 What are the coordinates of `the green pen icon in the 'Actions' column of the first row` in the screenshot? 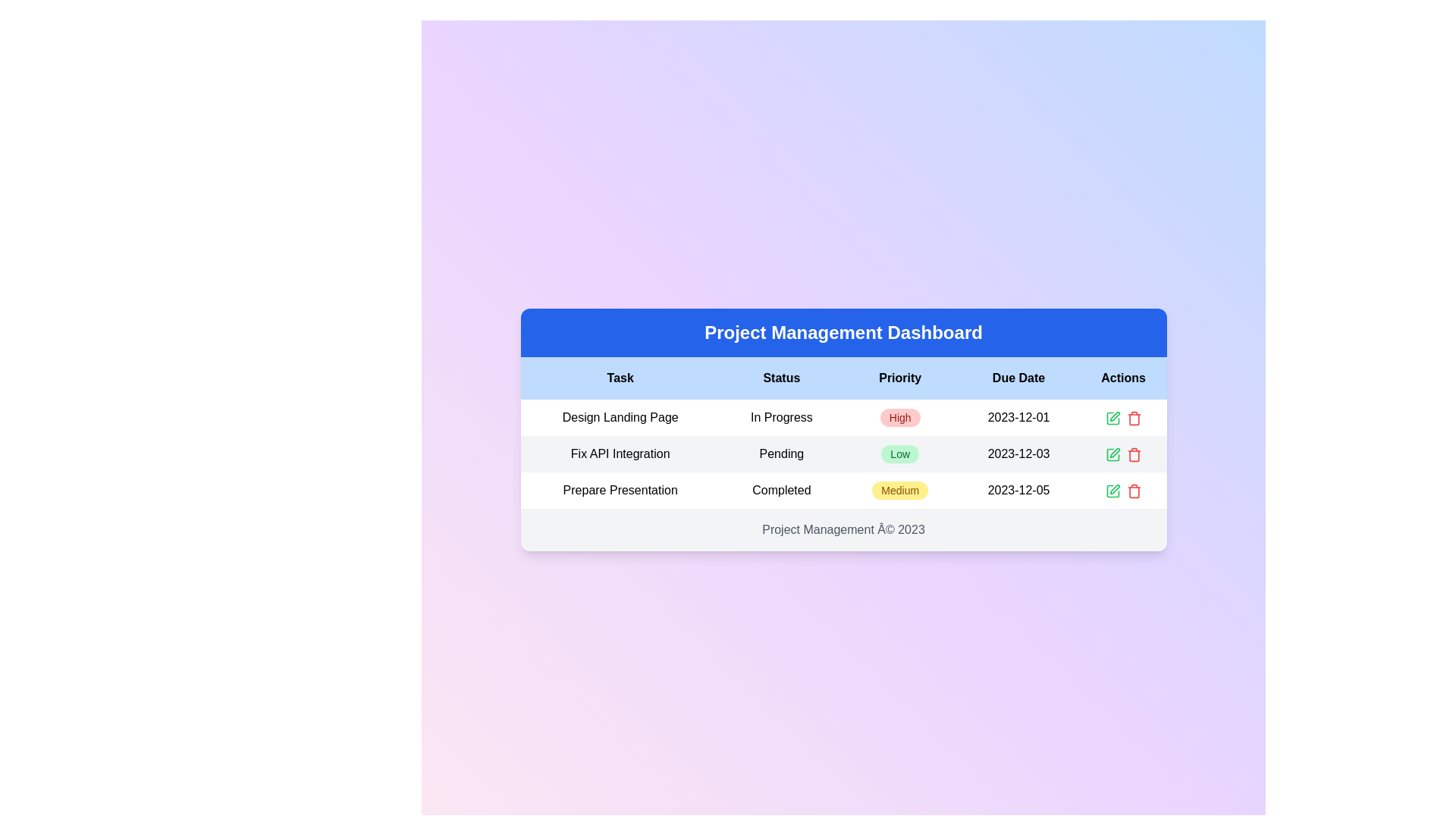 It's located at (1112, 418).